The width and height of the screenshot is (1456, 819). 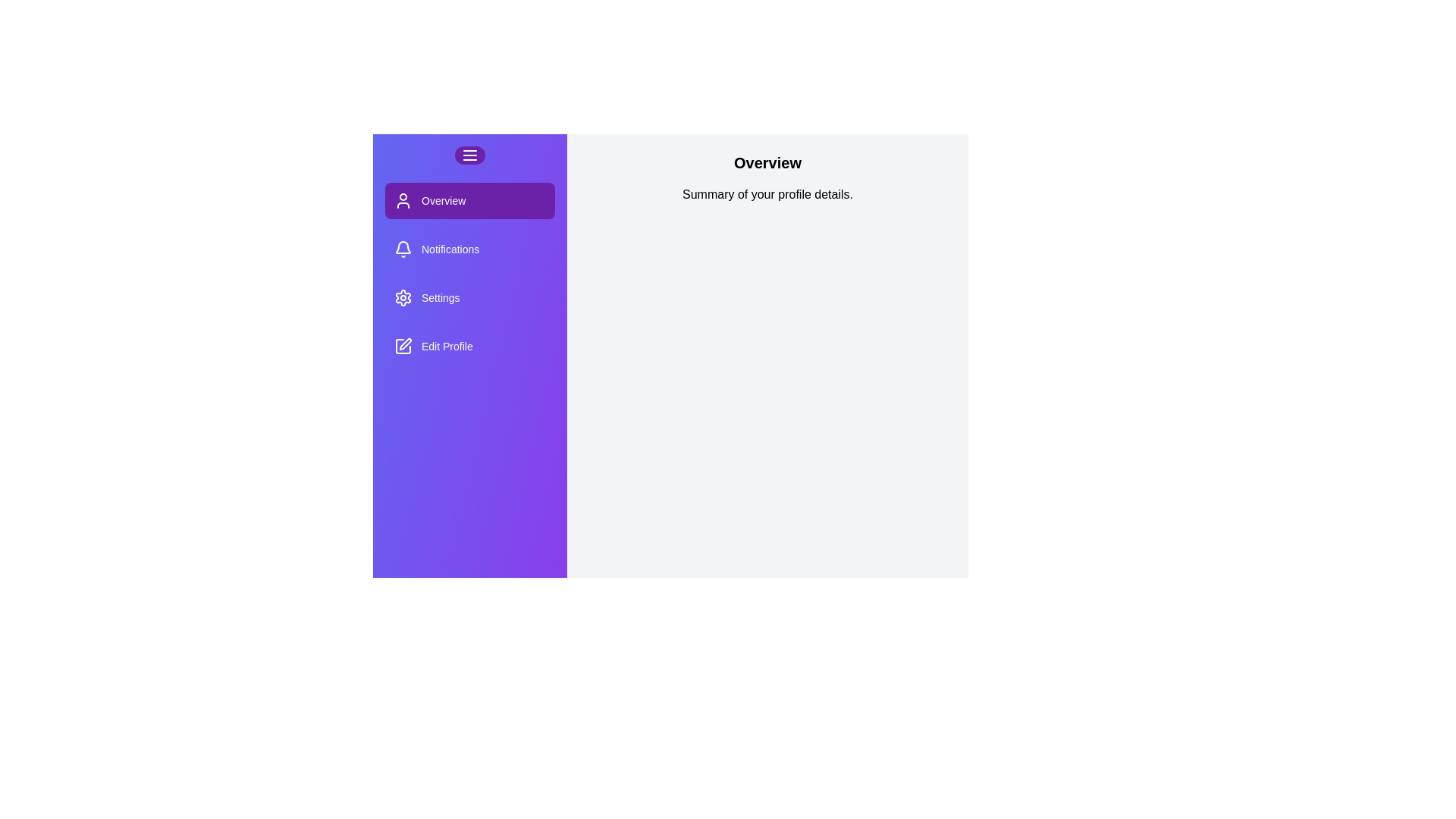 What do you see at coordinates (403, 248) in the screenshot?
I see `the icon of the section Notifications` at bounding box center [403, 248].